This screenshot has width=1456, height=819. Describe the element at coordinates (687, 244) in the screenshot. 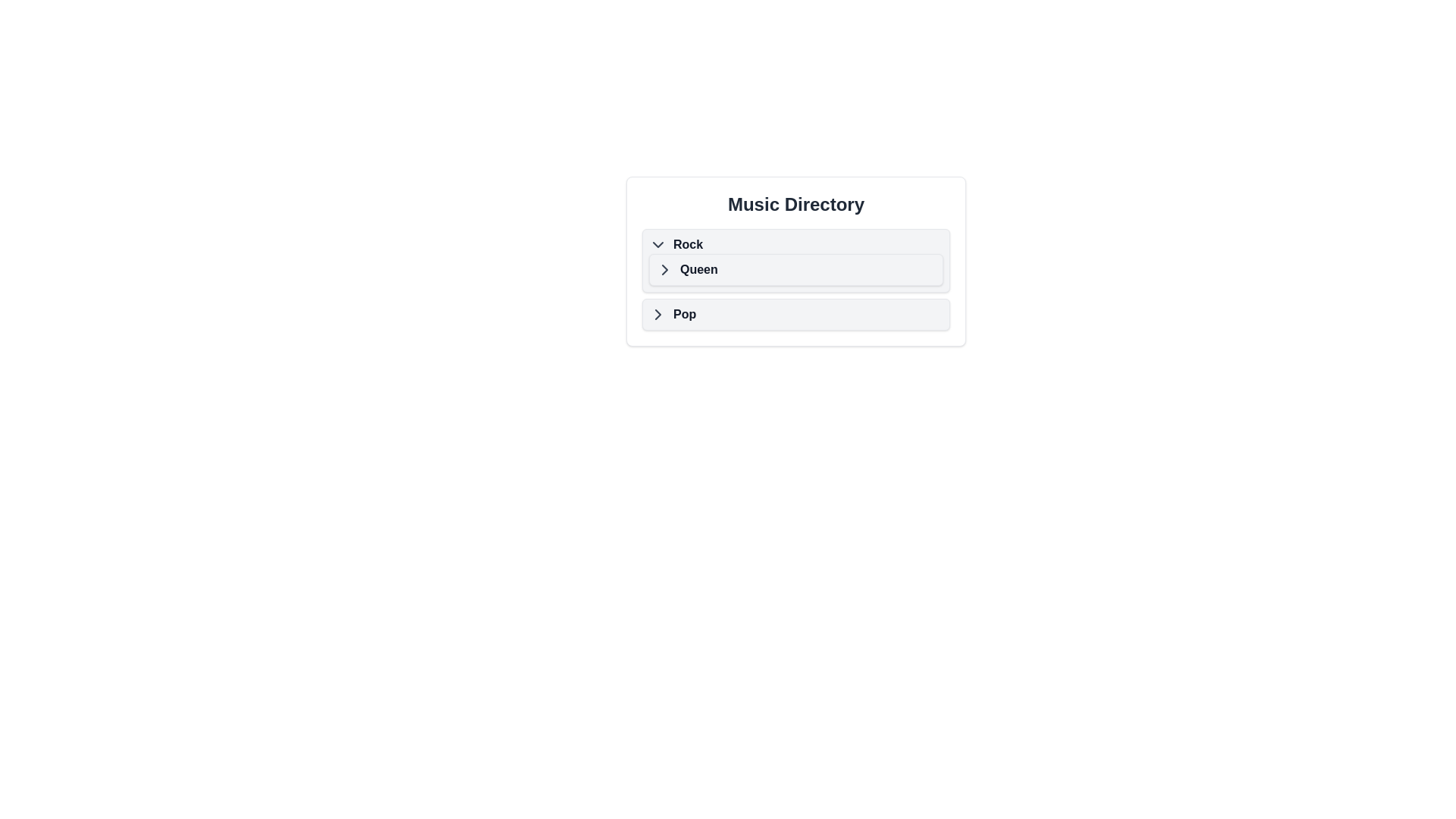

I see `the 'Rock' text label in the 'Music Directory' interface, which is located to the right of the chevron-down icon` at that location.